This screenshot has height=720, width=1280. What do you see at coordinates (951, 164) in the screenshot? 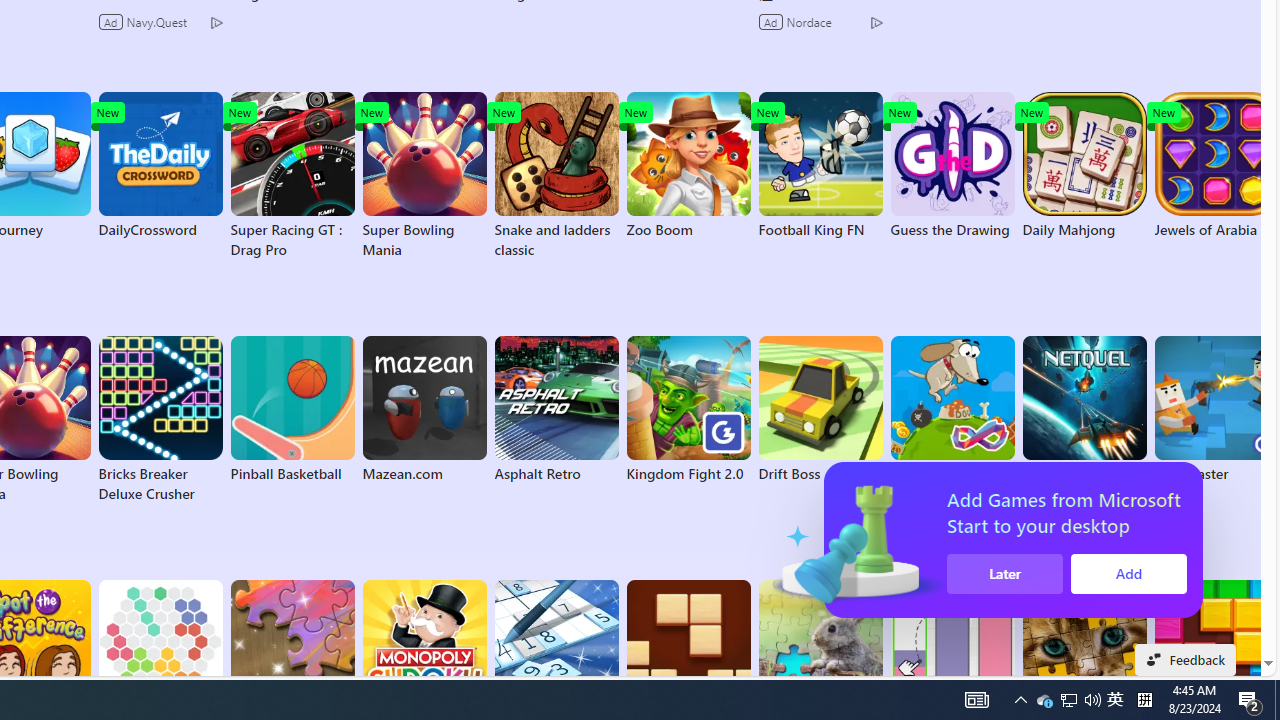
I see `'Guess the Drawing'` at bounding box center [951, 164].